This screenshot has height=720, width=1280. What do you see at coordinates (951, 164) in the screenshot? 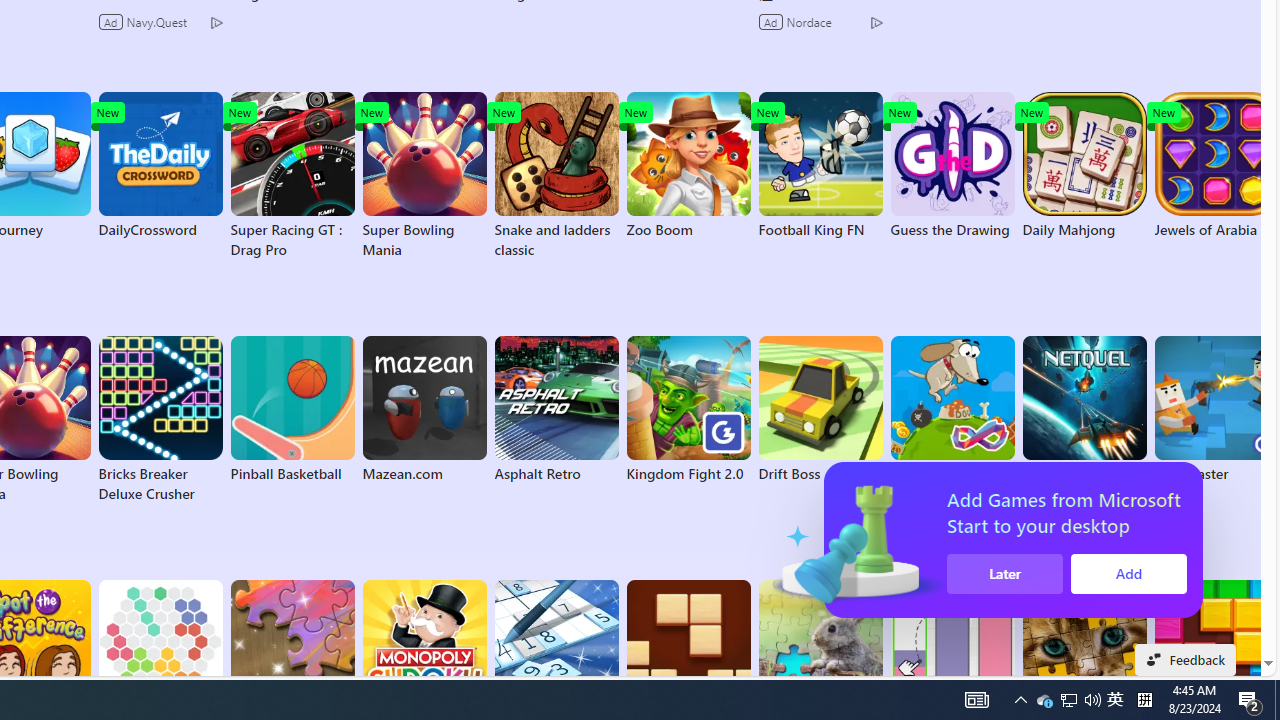
I see `'Guess the Drawing'` at bounding box center [951, 164].